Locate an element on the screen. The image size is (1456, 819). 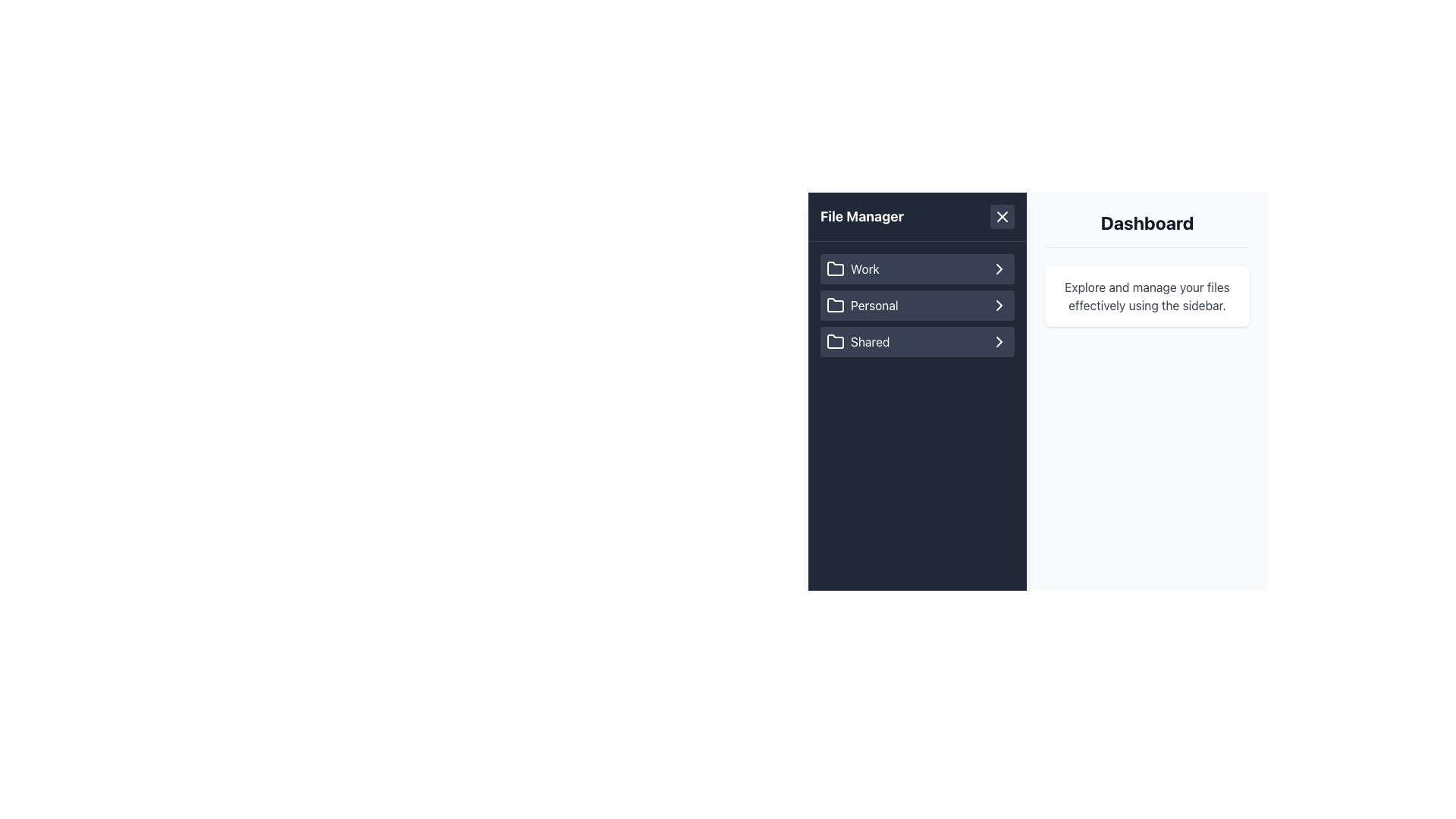
the minimalist folder icon outlined with a white stroke, located to the left of the 'Work' text in the 'File Manager' sidebar menu is located at coordinates (835, 268).